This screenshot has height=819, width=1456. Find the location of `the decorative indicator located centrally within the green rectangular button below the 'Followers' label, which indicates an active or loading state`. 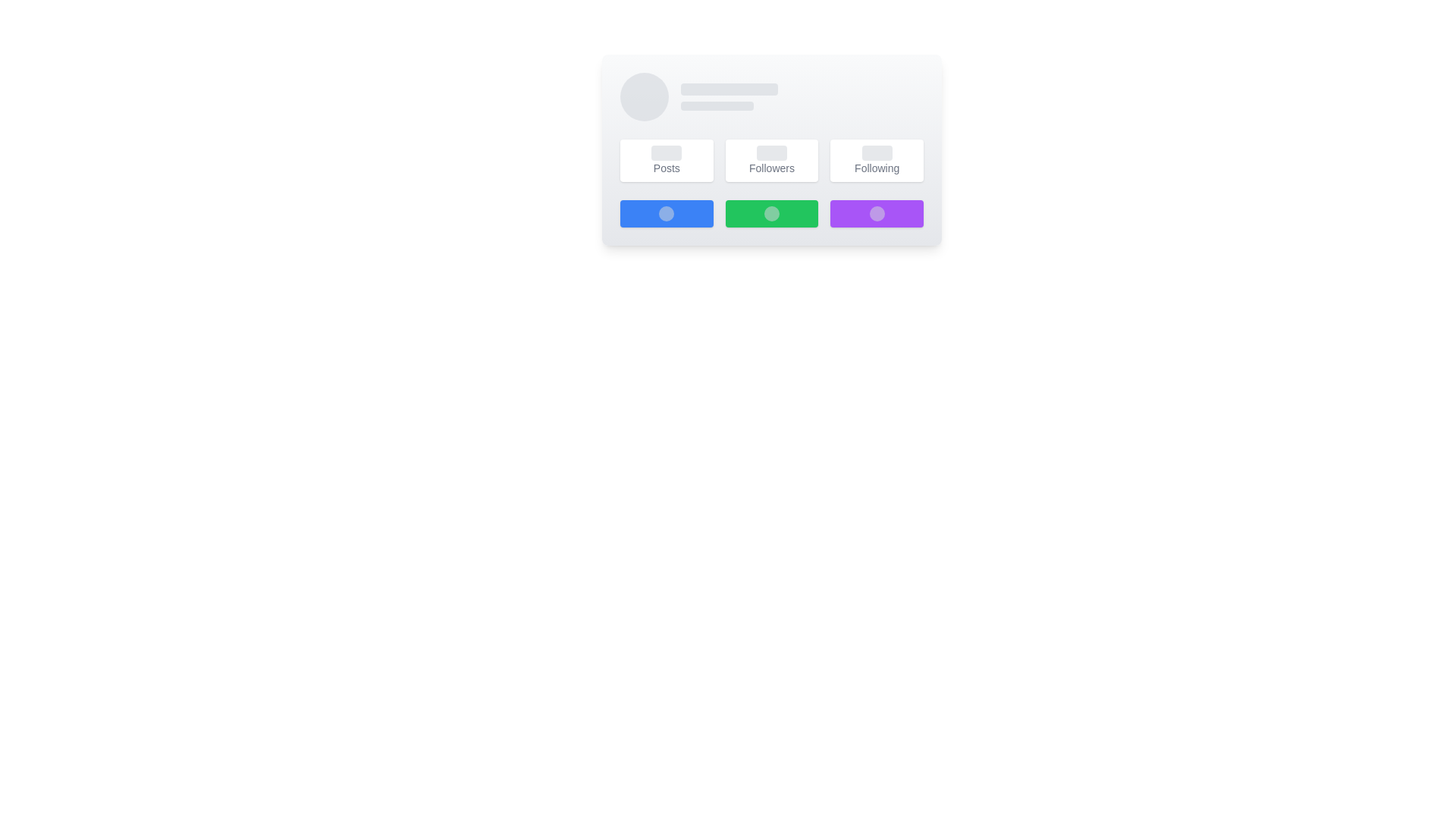

the decorative indicator located centrally within the green rectangular button below the 'Followers' label, which indicates an active or loading state is located at coordinates (771, 213).